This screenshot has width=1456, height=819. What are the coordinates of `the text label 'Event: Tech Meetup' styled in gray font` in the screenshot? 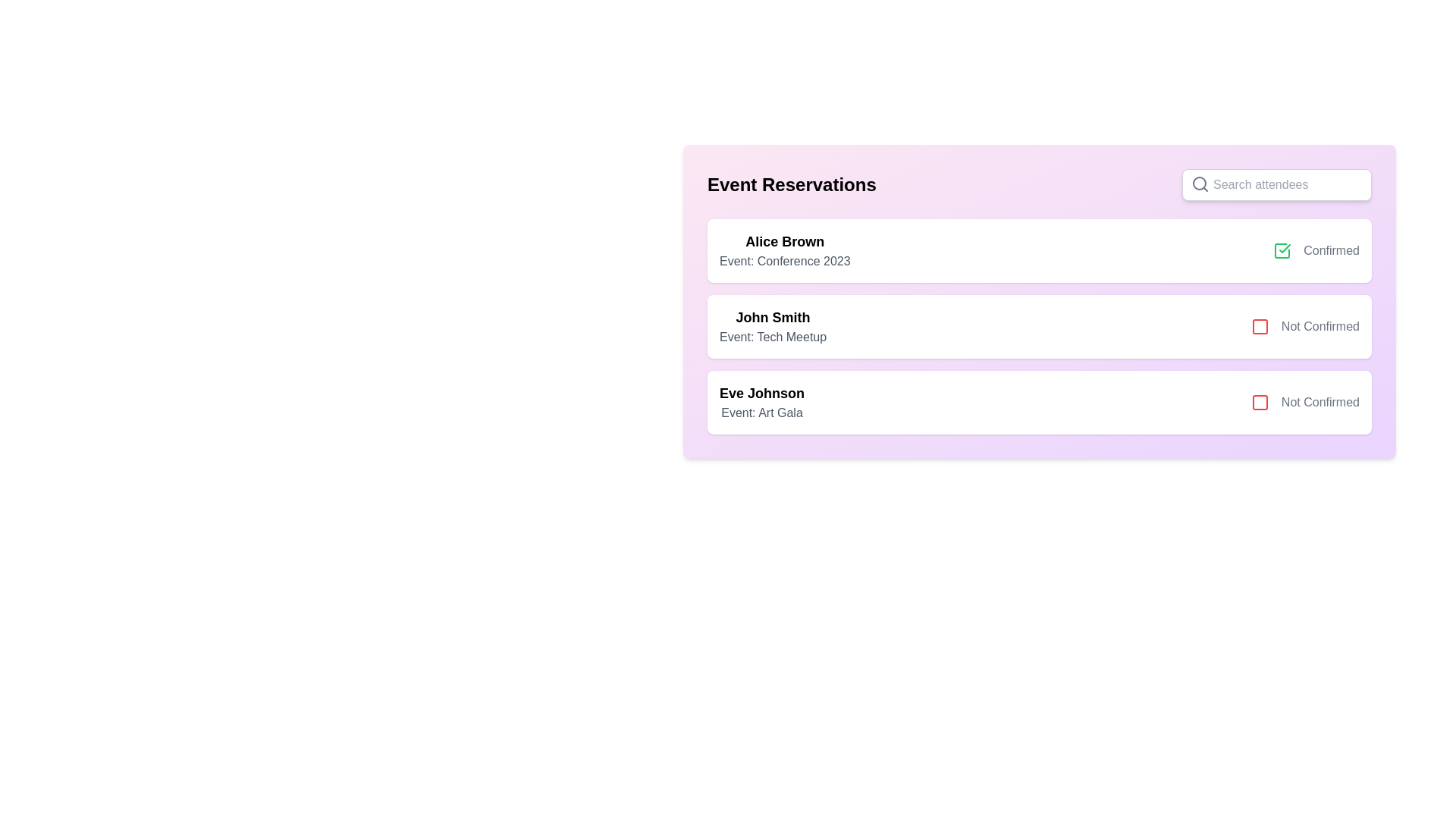 It's located at (773, 336).